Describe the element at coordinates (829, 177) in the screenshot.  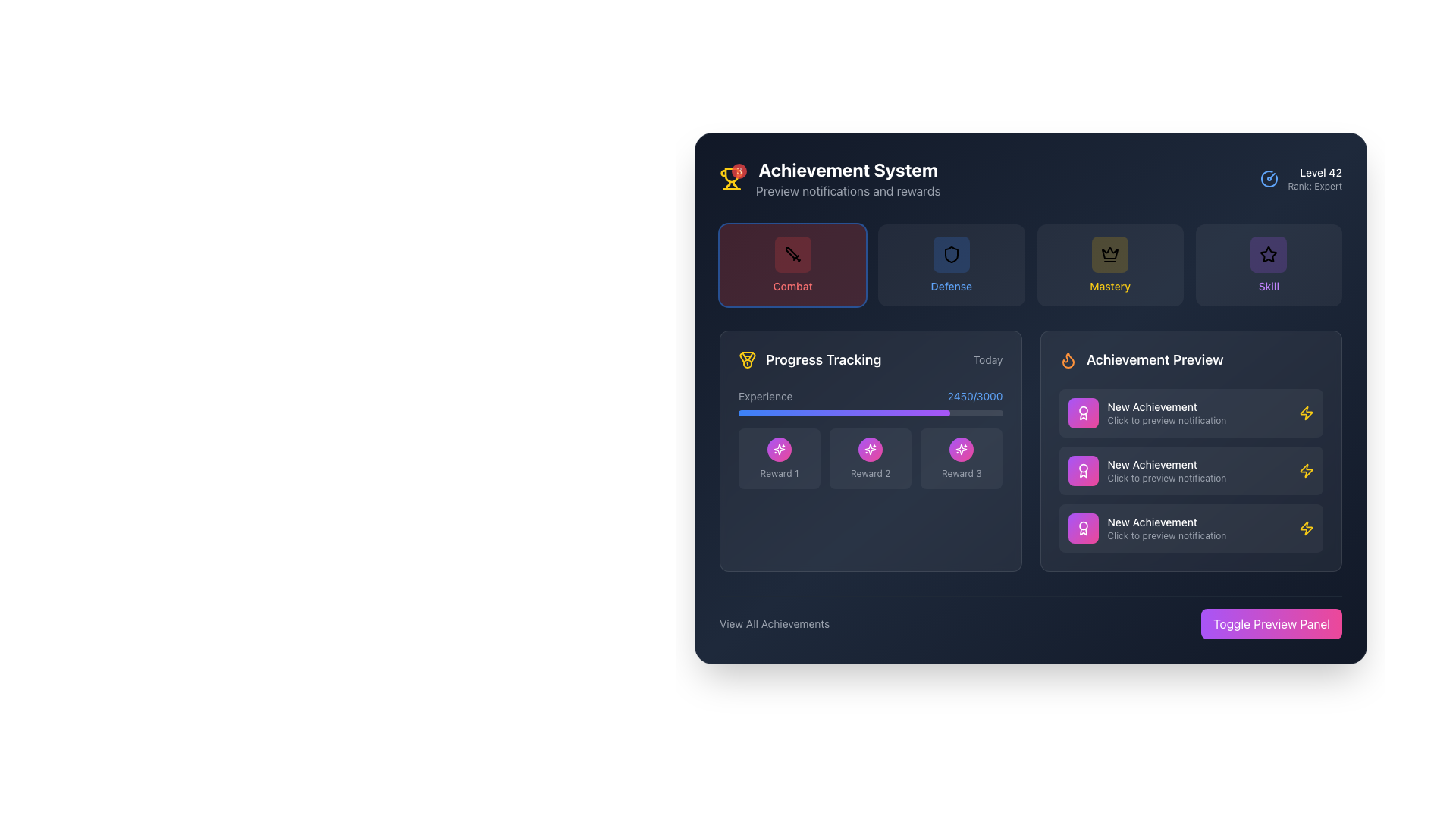
I see `the Header with a notification indicator that displays new notifications related to the Achievement System, located in the upper-left section of the interface` at that location.